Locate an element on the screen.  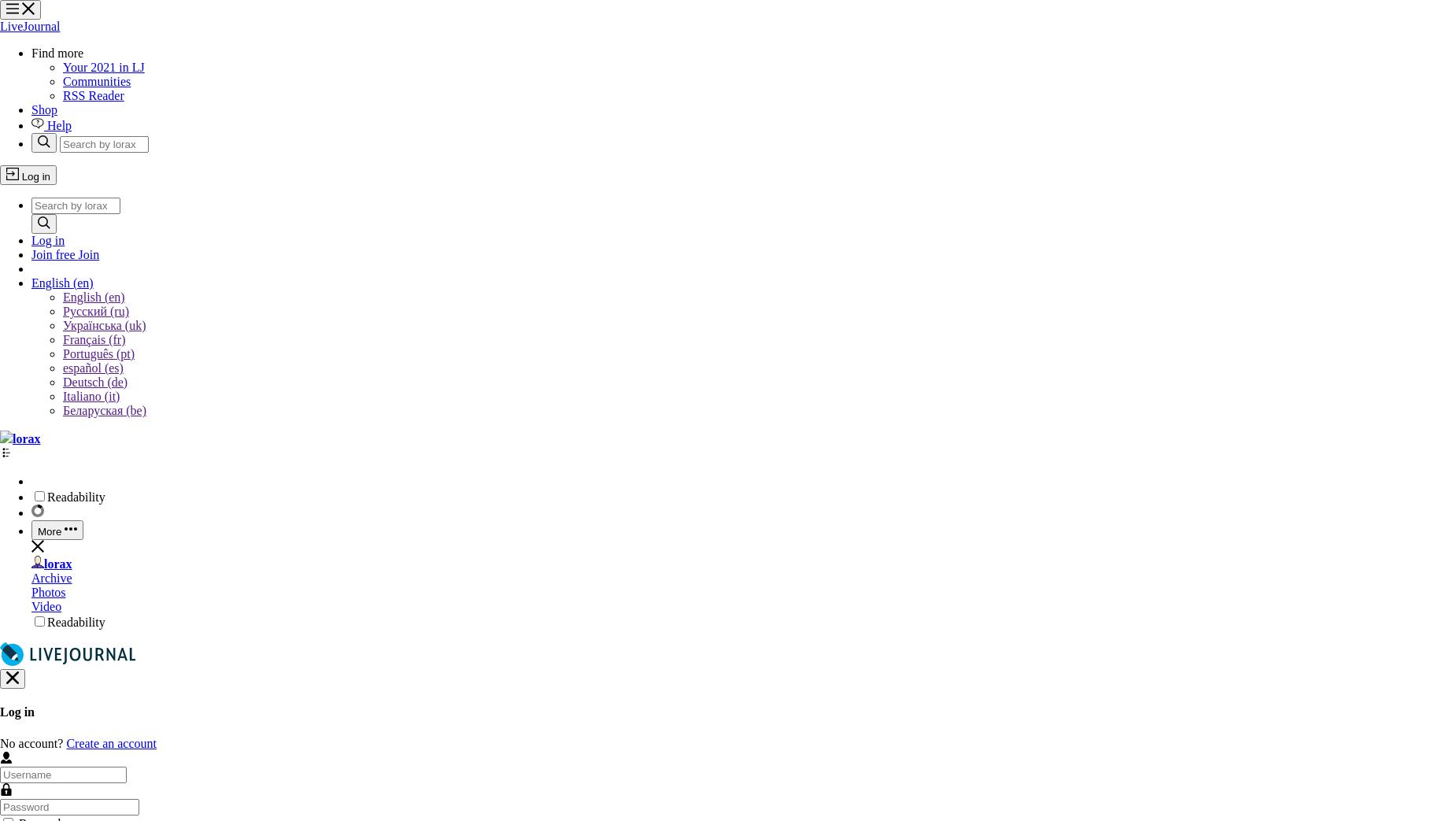
'RSS Reader' is located at coordinates (61, 95).